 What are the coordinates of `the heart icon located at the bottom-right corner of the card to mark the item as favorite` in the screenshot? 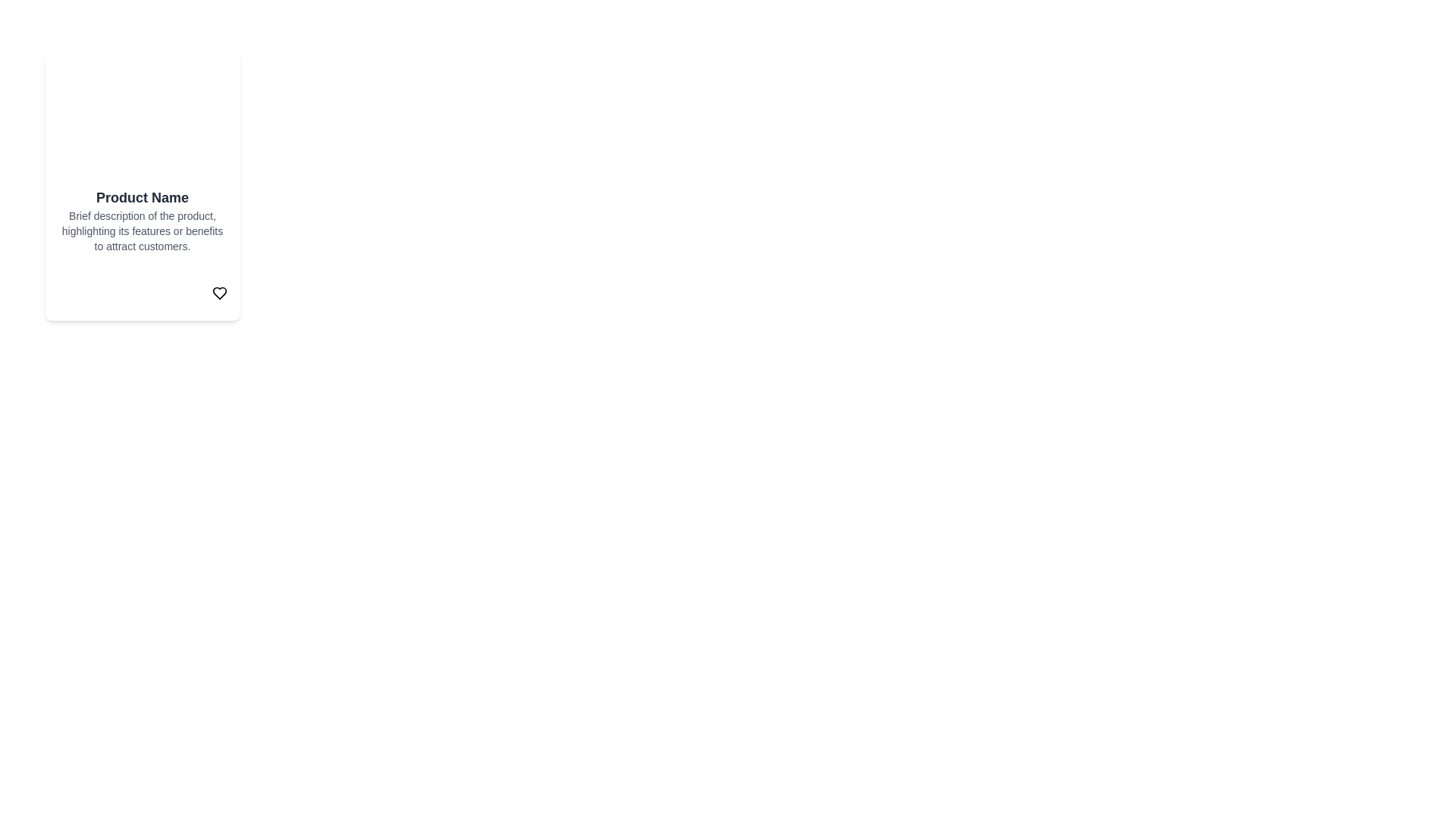 It's located at (218, 293).